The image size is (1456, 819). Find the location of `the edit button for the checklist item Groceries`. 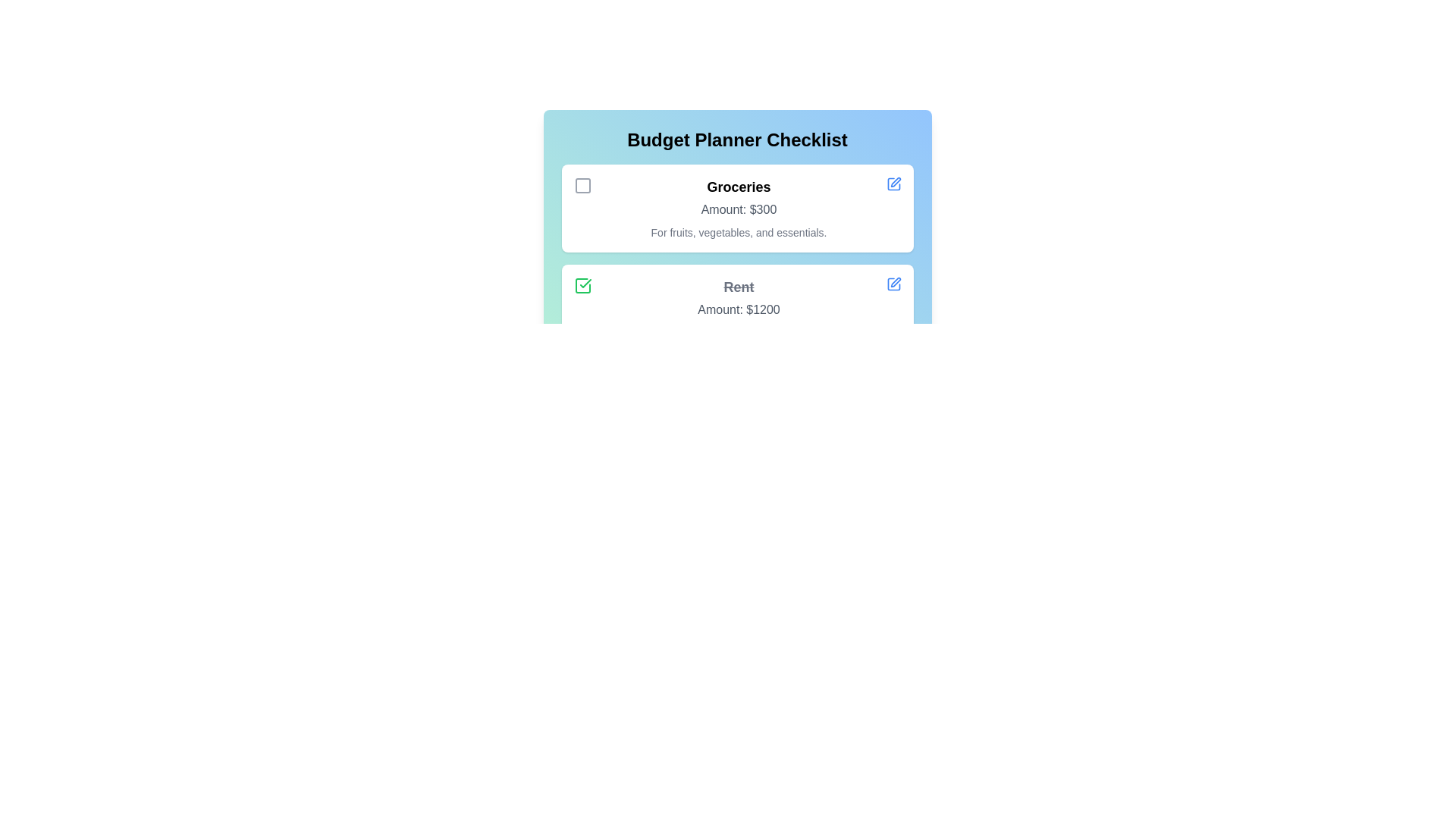

the edit button for the checklist item Groceries is located at coordinates (893, 184).